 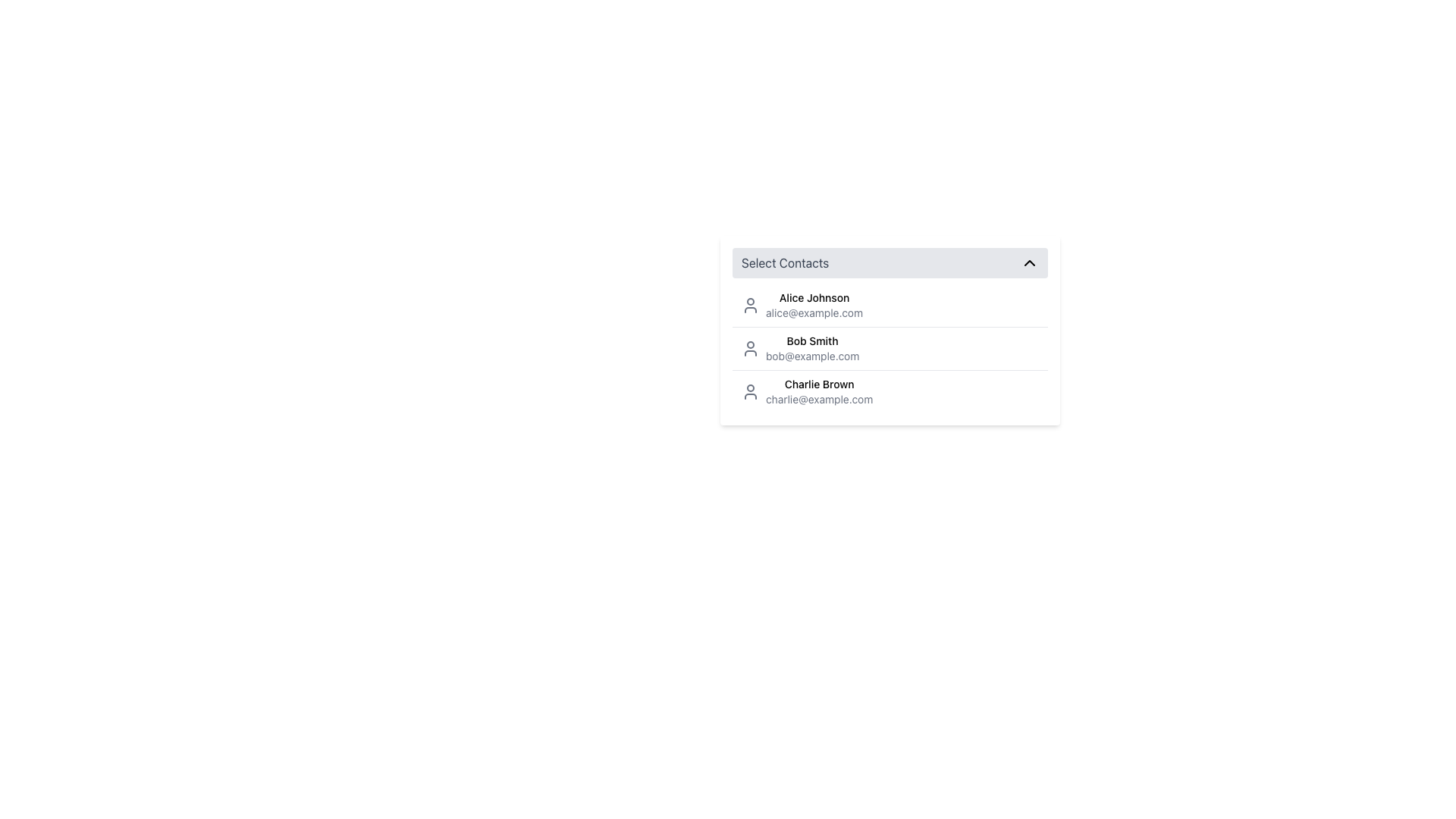 What do you see at coordinates (890, 348) in the screenshot?
I see `to select the contact information for 'Bob Smith', which includes their email 'bob@example.com'. This List Item is the second entry in the contact list, positioned between 'Alice Johnson' and 'Charlie Brown'` at bounding box center [890, 348].